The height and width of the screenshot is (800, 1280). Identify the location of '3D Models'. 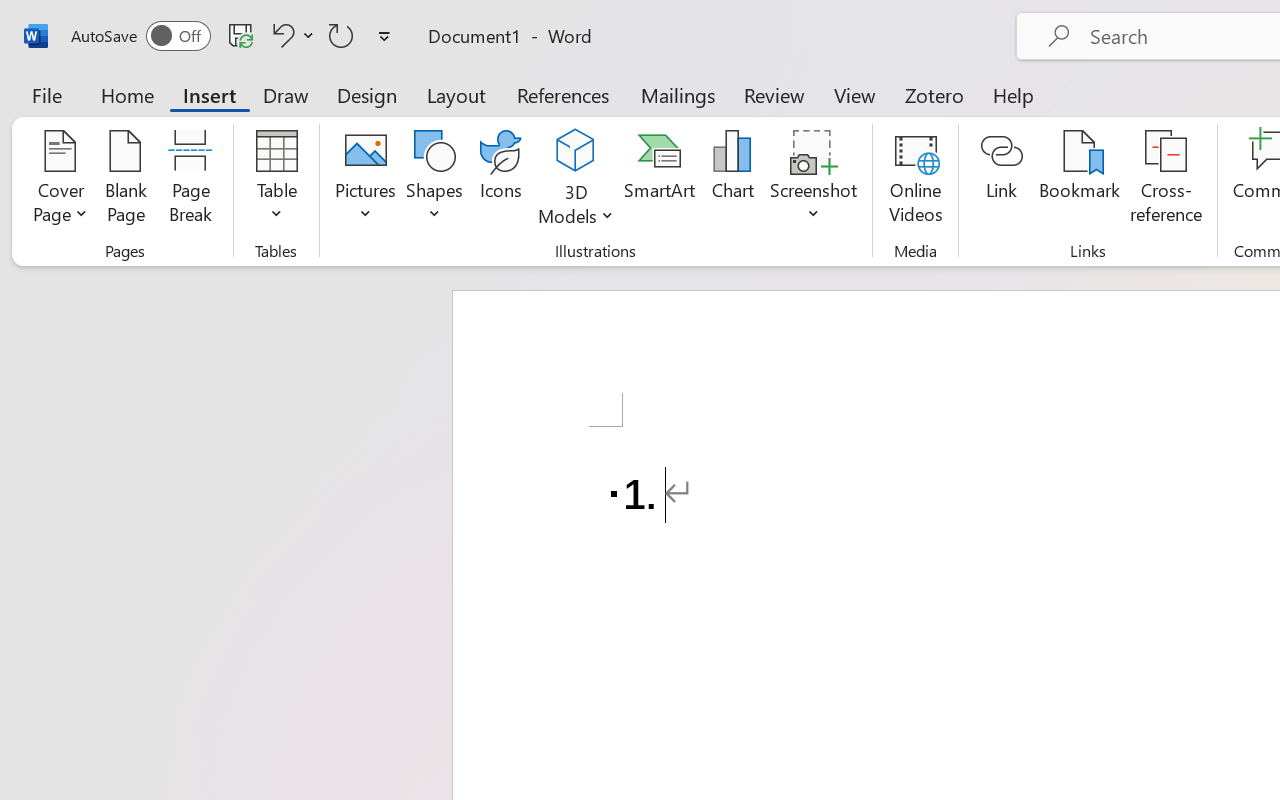
(575, 179).